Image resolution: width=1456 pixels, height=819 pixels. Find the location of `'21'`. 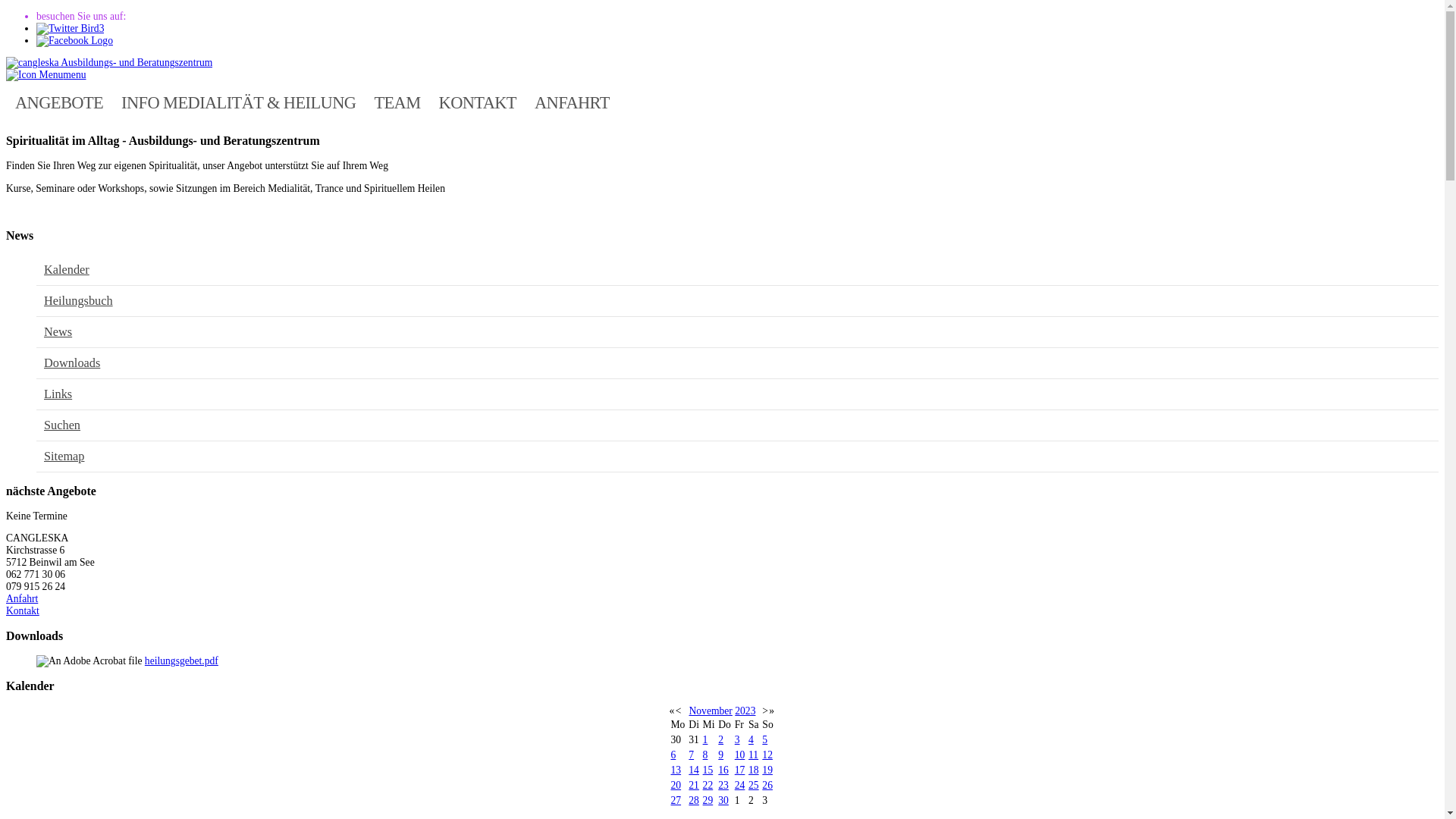

'21' is located at coordinates (693, 785).